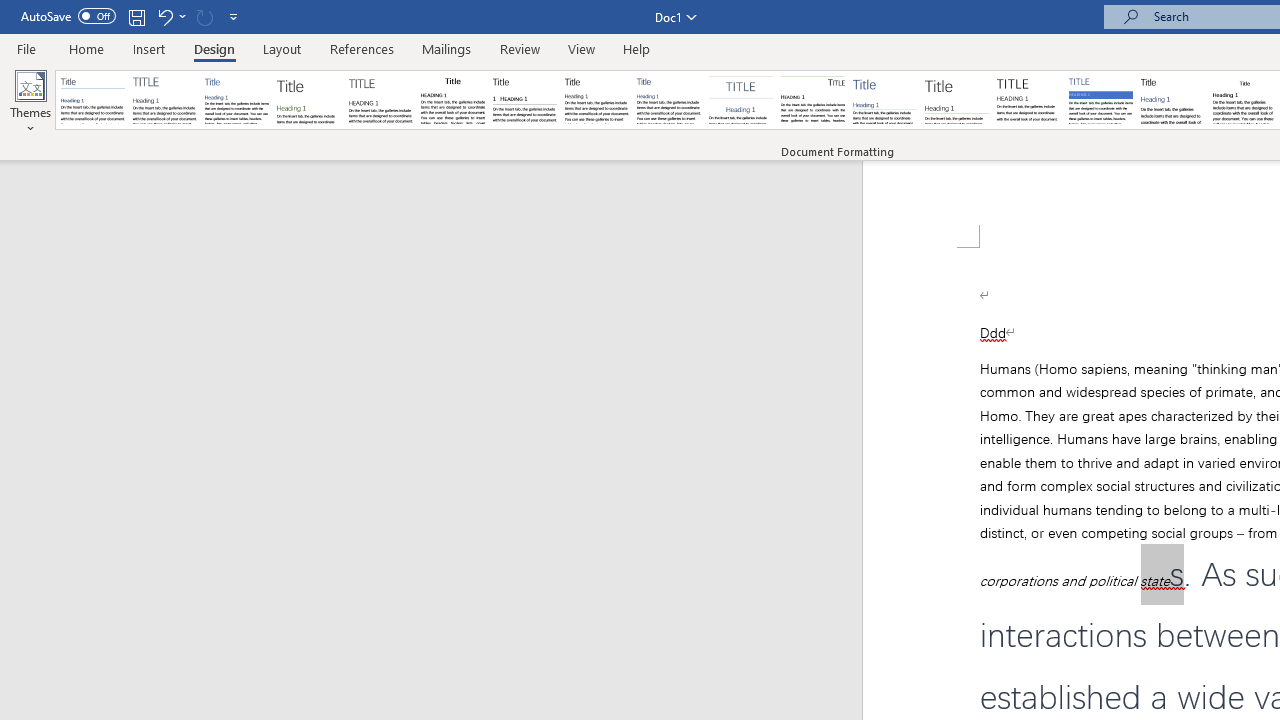 Image resolution: width=1280 pixels, height=720 pixels. What do you see at coordinates (170, 16) in the screenshot?
I see `'Undo Apply Quick Style Set'` at bounding box center [170, 16].